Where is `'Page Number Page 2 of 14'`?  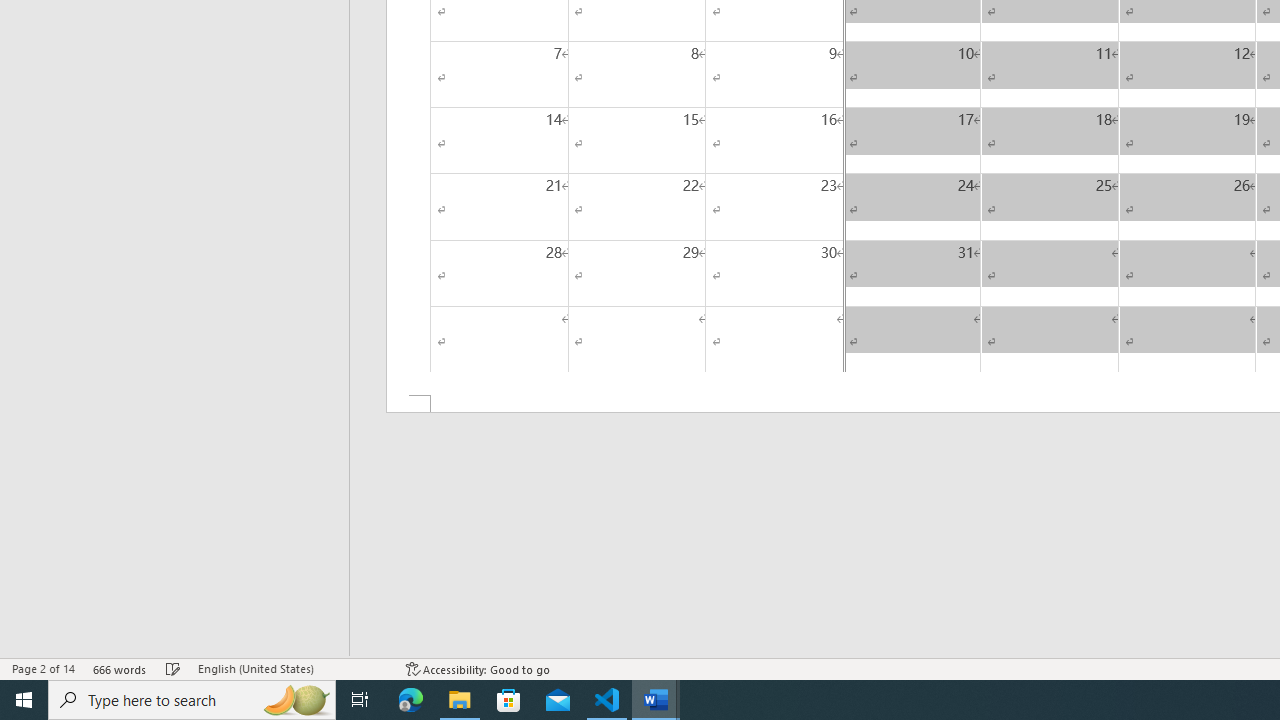 'Page Number Page 2 of 14' is located at coordinates (43, 669).